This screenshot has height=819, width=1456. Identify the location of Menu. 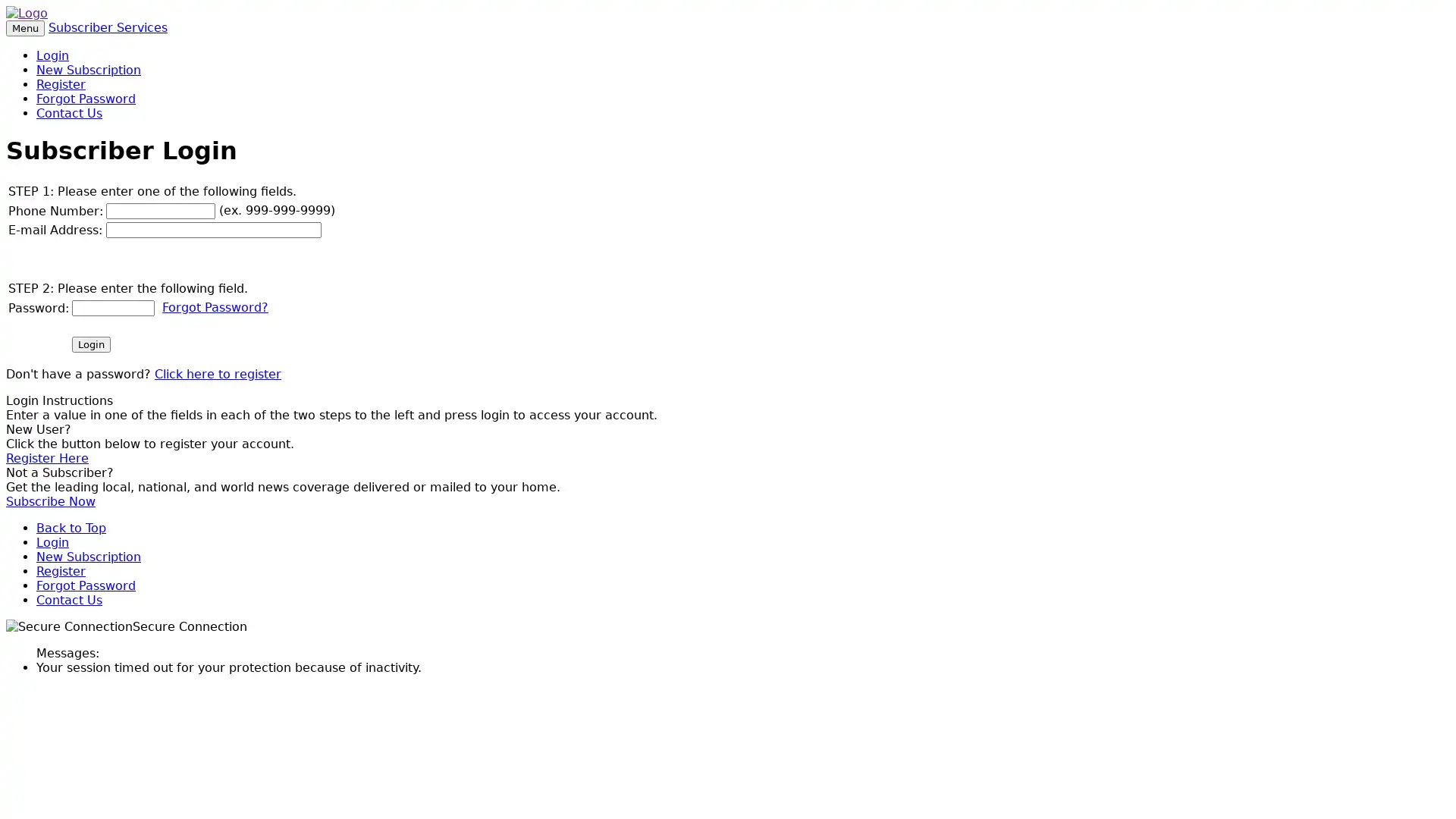
(25, 28).